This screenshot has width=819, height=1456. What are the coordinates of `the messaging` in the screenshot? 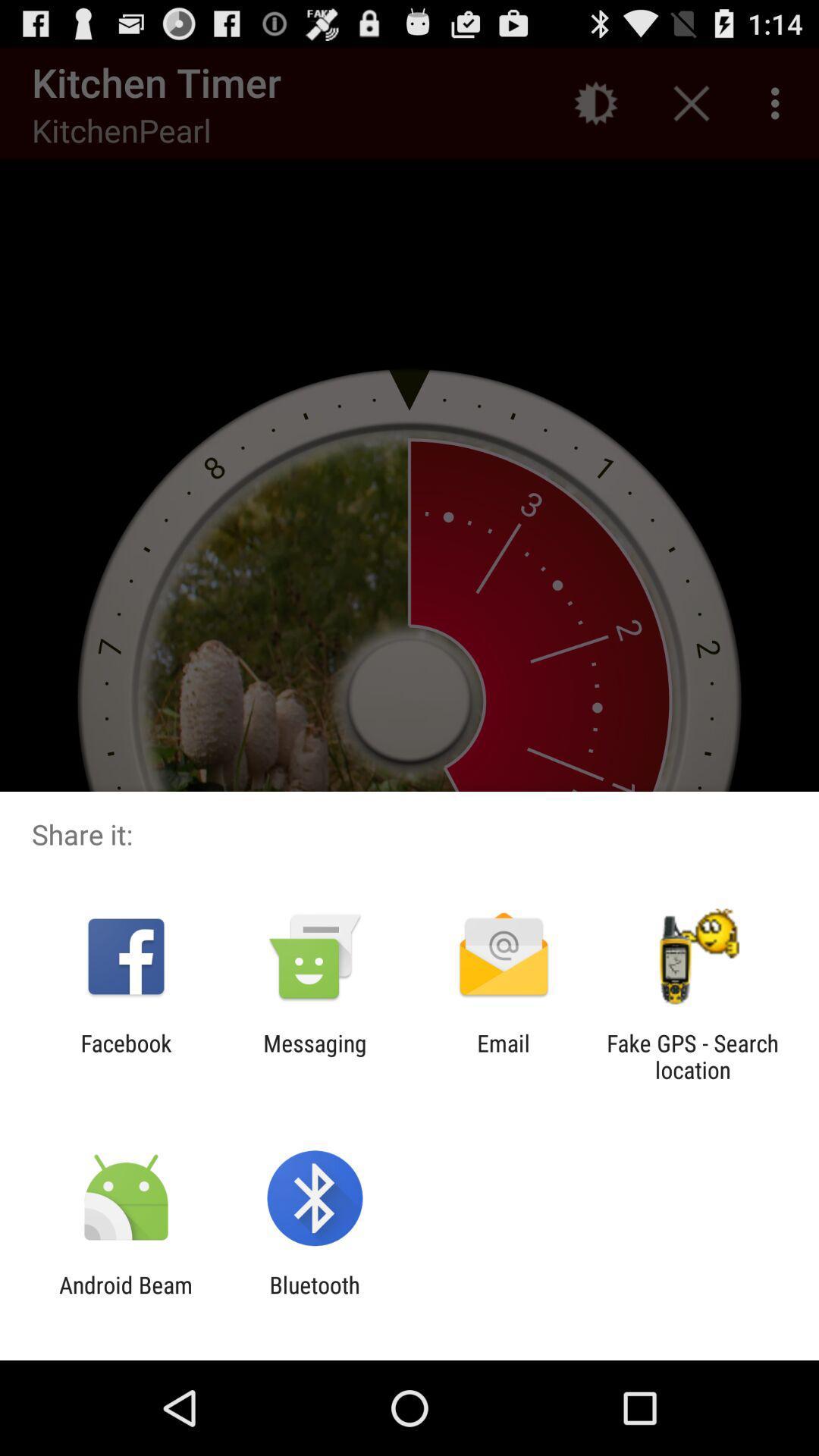 It's located at (314, 1056).